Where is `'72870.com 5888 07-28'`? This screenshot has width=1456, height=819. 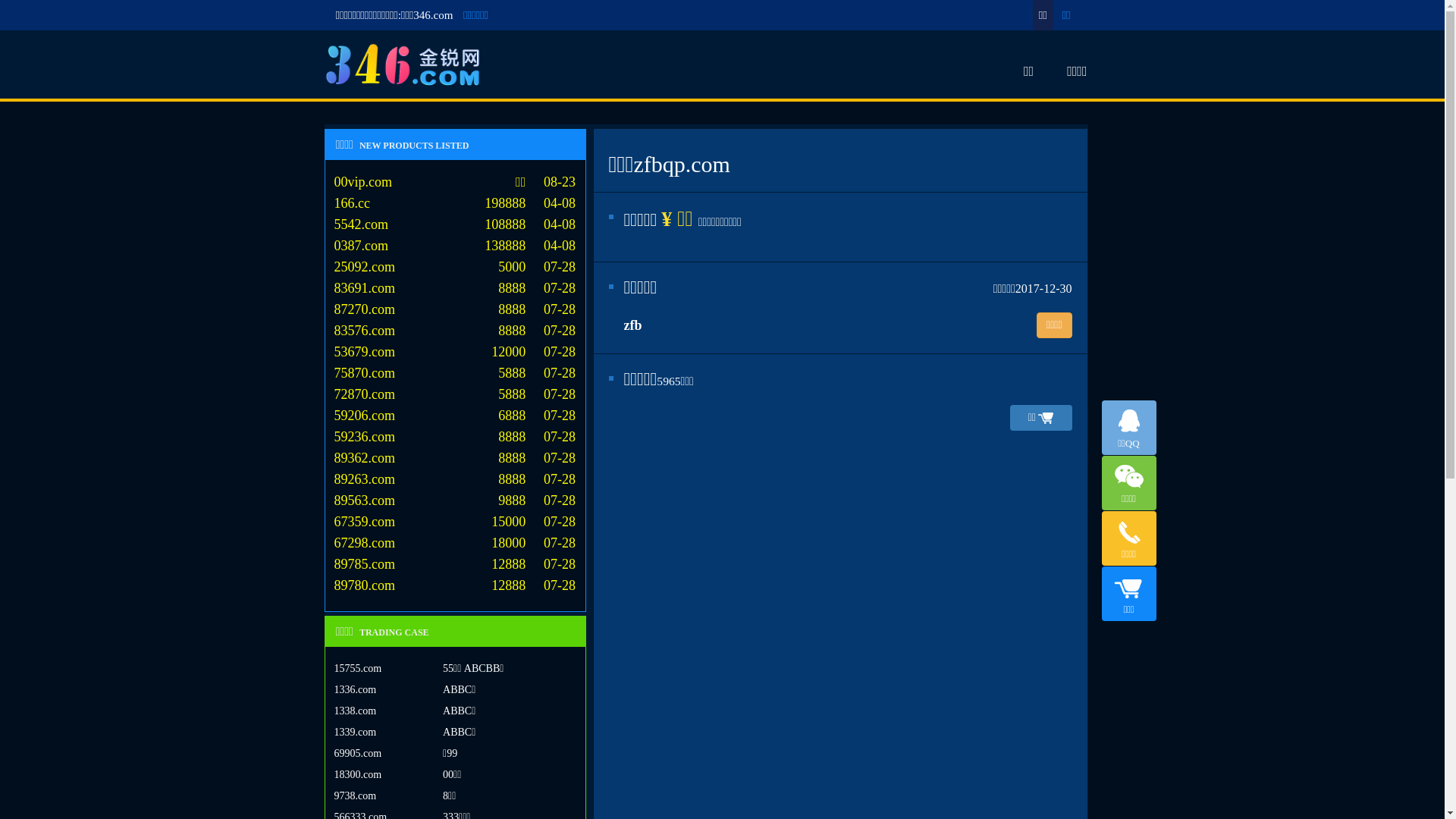 '72870.com 5888 07-28' is located at coordinates (453, 400).